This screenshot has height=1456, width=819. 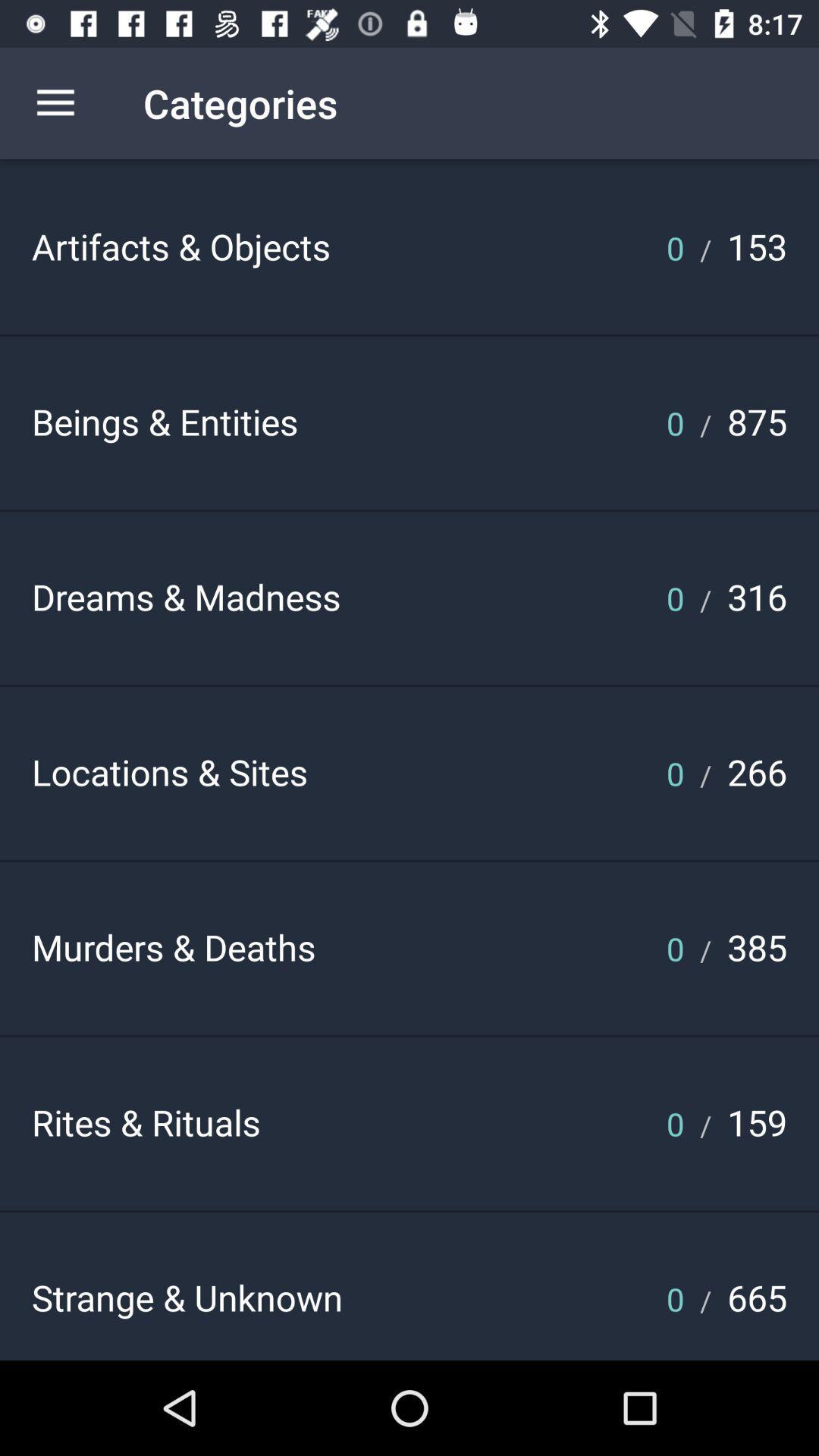 What do you see at coordinates (55, 102) in the screenshot?
I see `item to the left of categories item` at bounding box center [55, 102].